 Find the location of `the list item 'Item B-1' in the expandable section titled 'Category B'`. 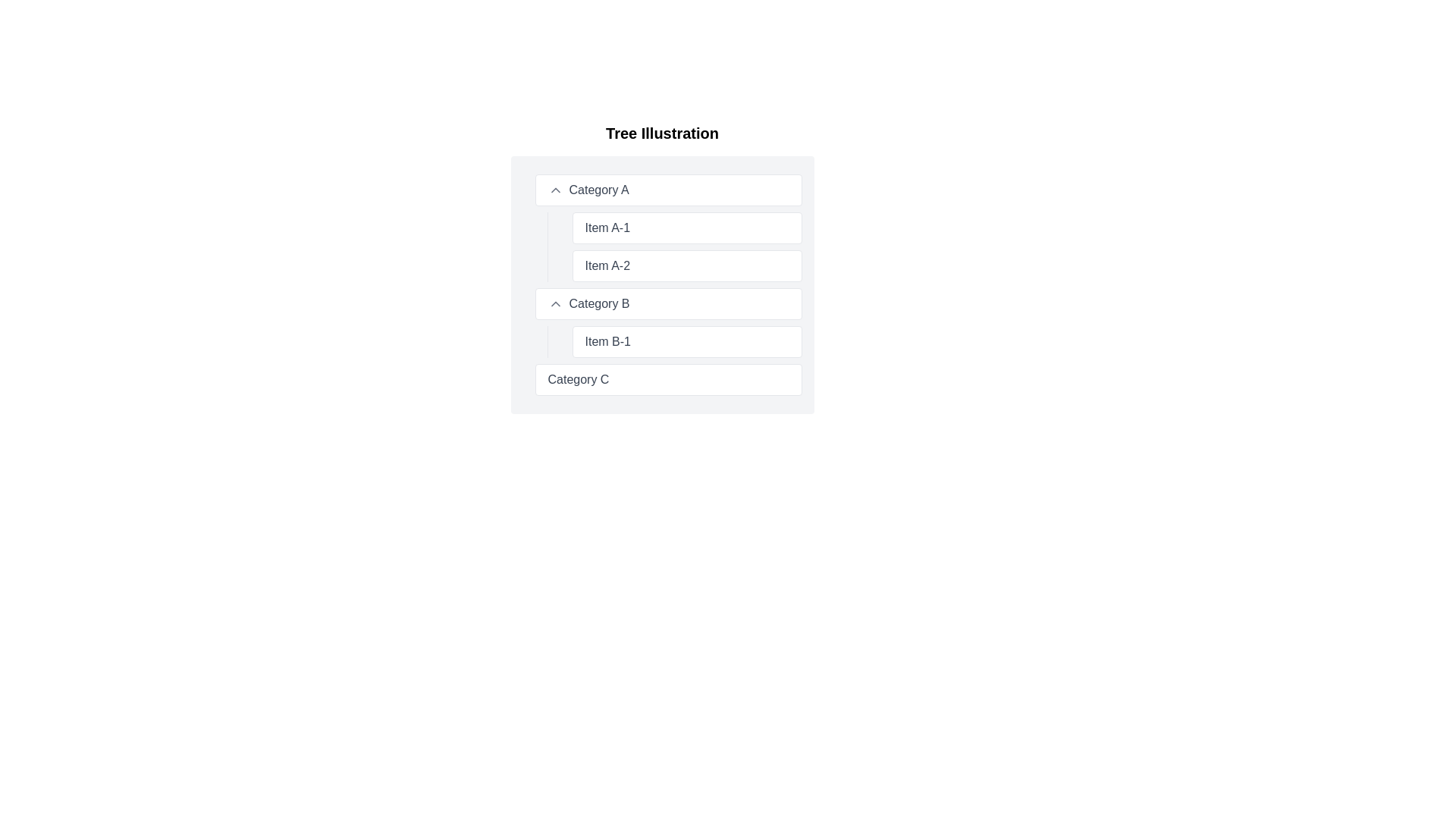

the list item 'Item B-1' in the expandable section titled 'Category B' is located at coordinates (667, 322).